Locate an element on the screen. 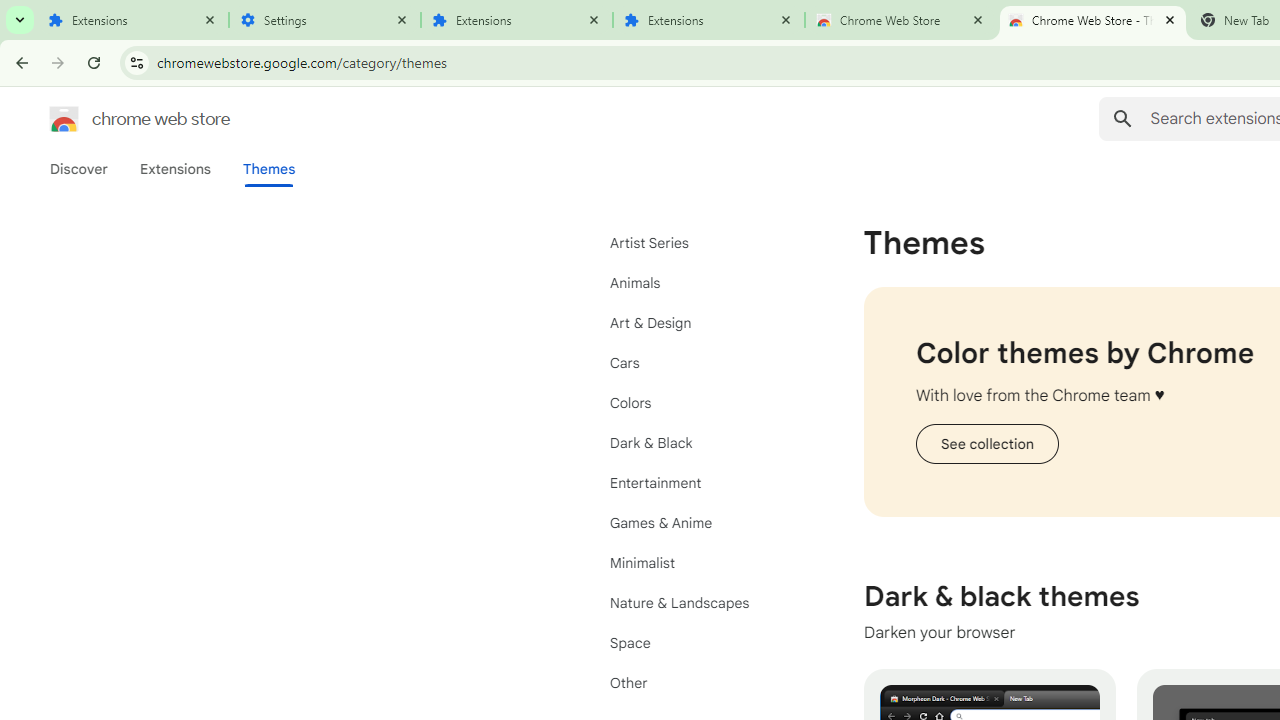 This screenshot has height=720, width=1280. 'Discover' is located at coordinates (79, 168).